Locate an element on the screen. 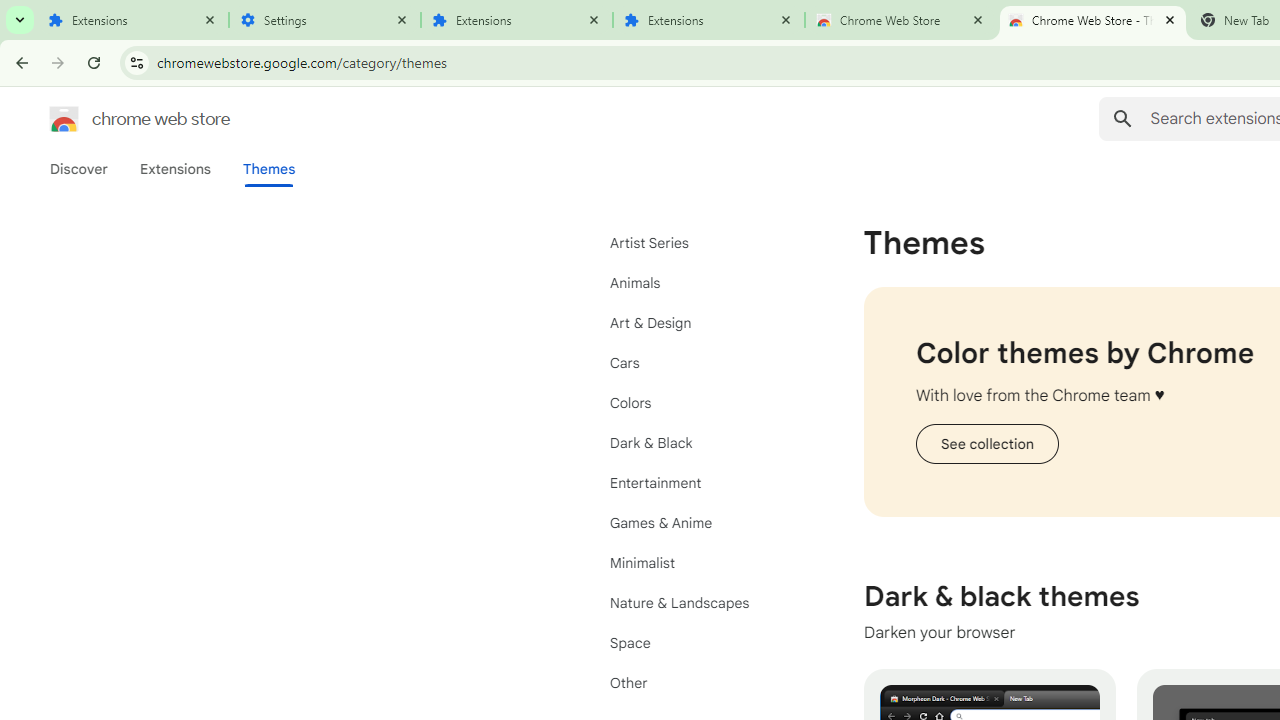 This screenshot has height=720, width=1280. 'Discover' is located at coordinates (79, 168).